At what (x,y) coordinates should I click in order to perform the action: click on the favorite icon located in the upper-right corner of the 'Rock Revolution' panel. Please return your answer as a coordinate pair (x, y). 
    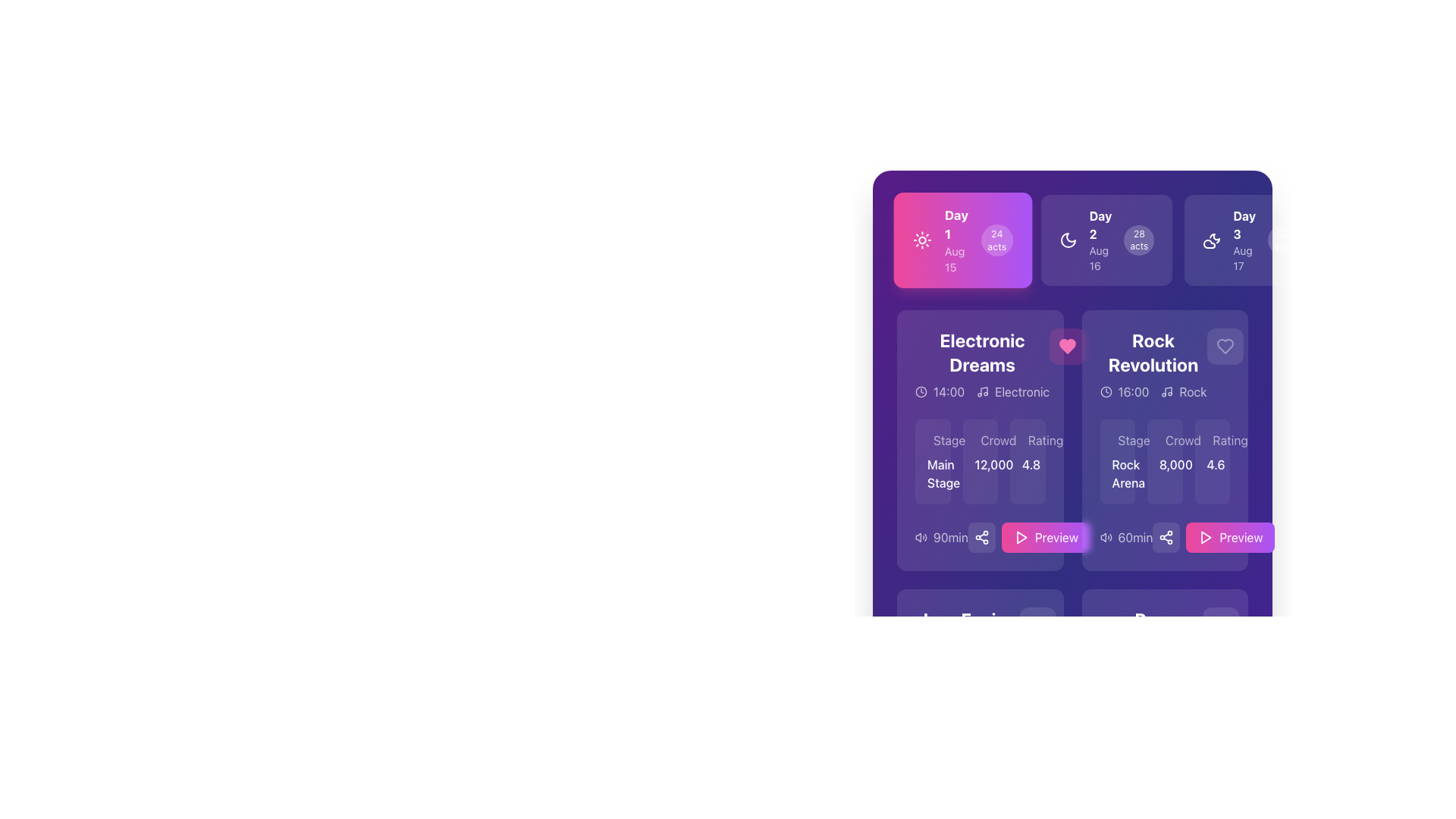
    Looking at the image, I should click on (1225, 346).